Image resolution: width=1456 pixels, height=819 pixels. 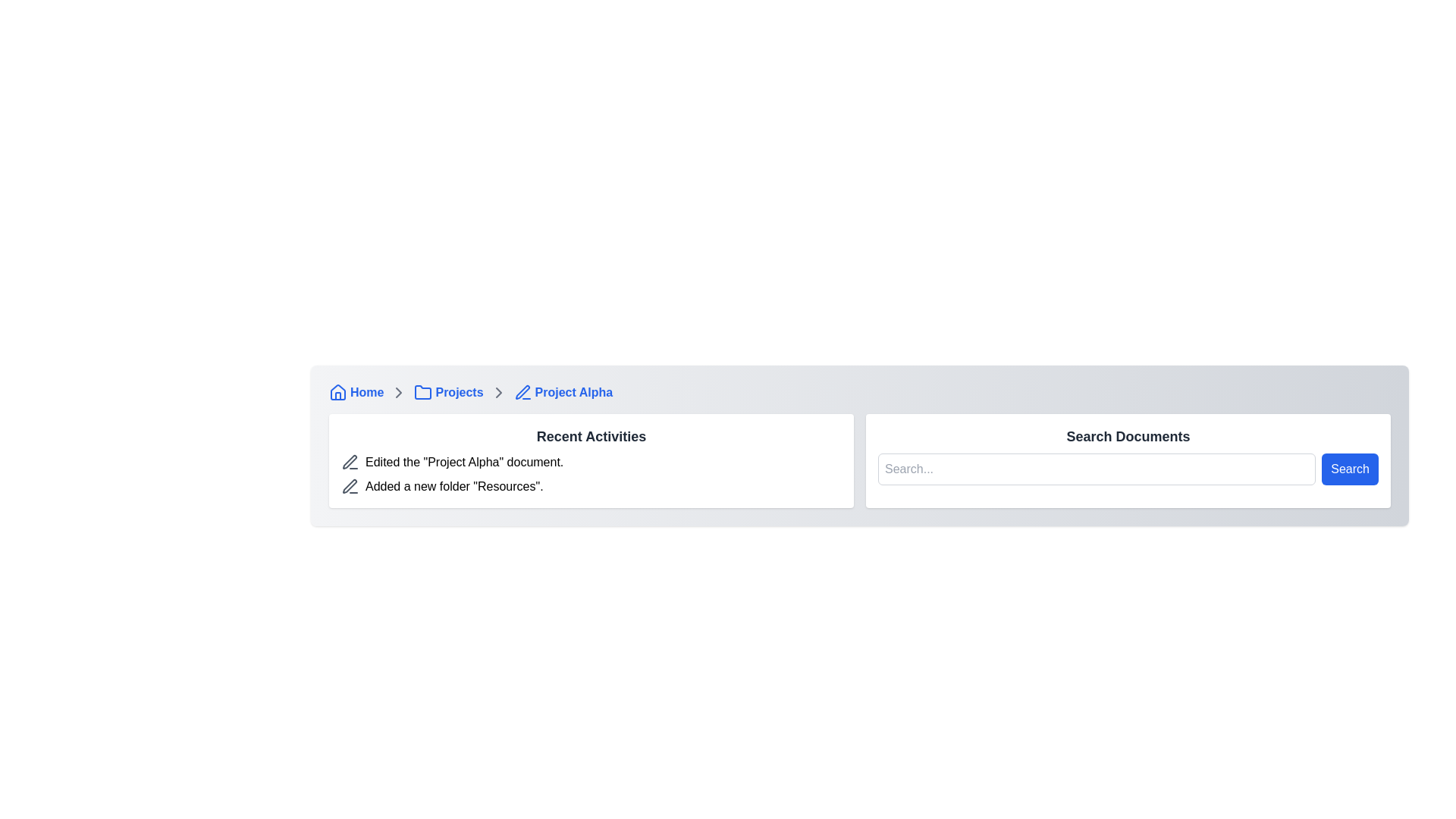 What do you see at coordinates (562, 391) in the screenshot?
I see `the third item` at bounding box center [562, 391].